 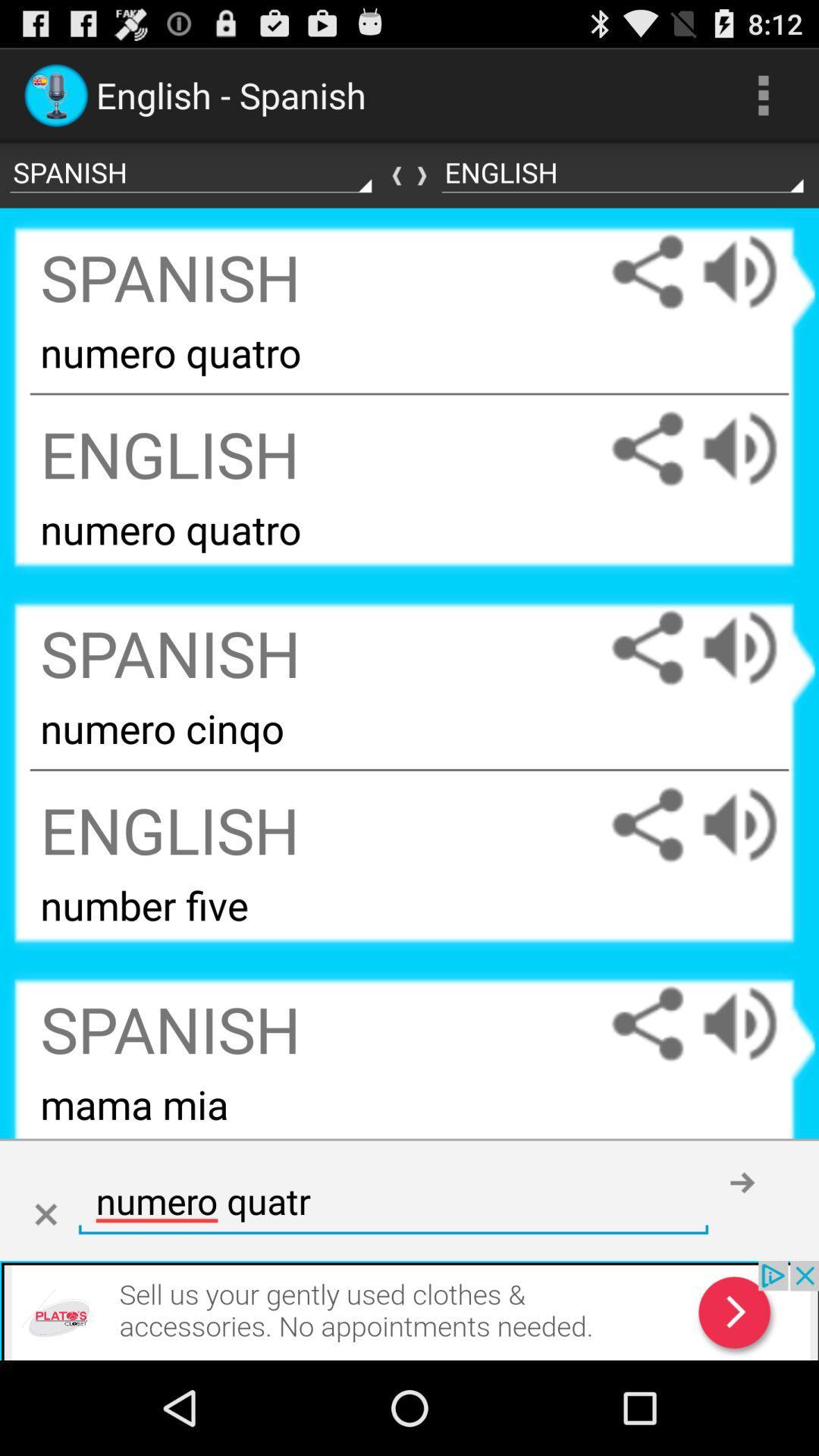 I want to click on share, so click(x=647, y=648).